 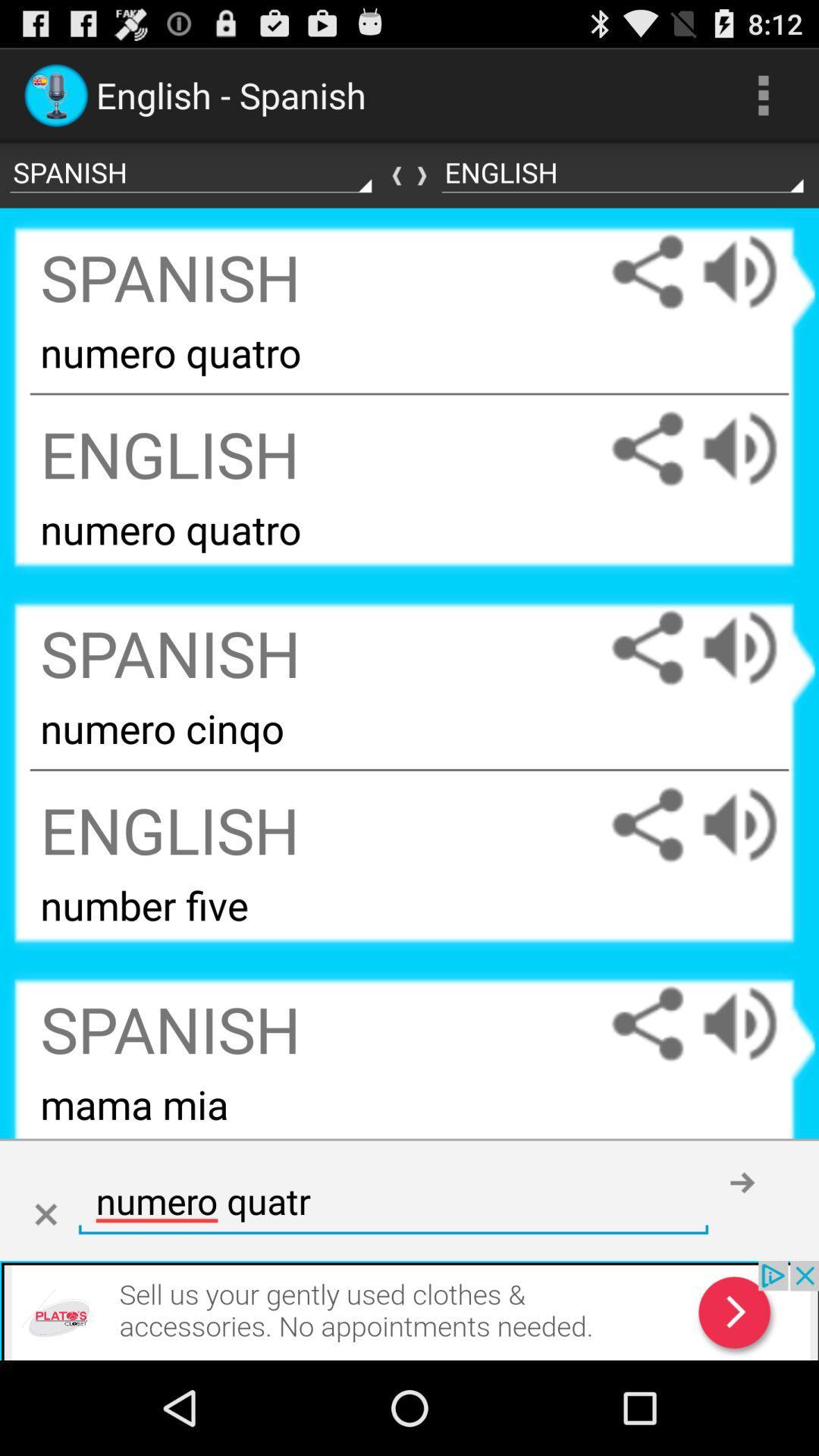 I want to click on share, so click(x=647, y=648).